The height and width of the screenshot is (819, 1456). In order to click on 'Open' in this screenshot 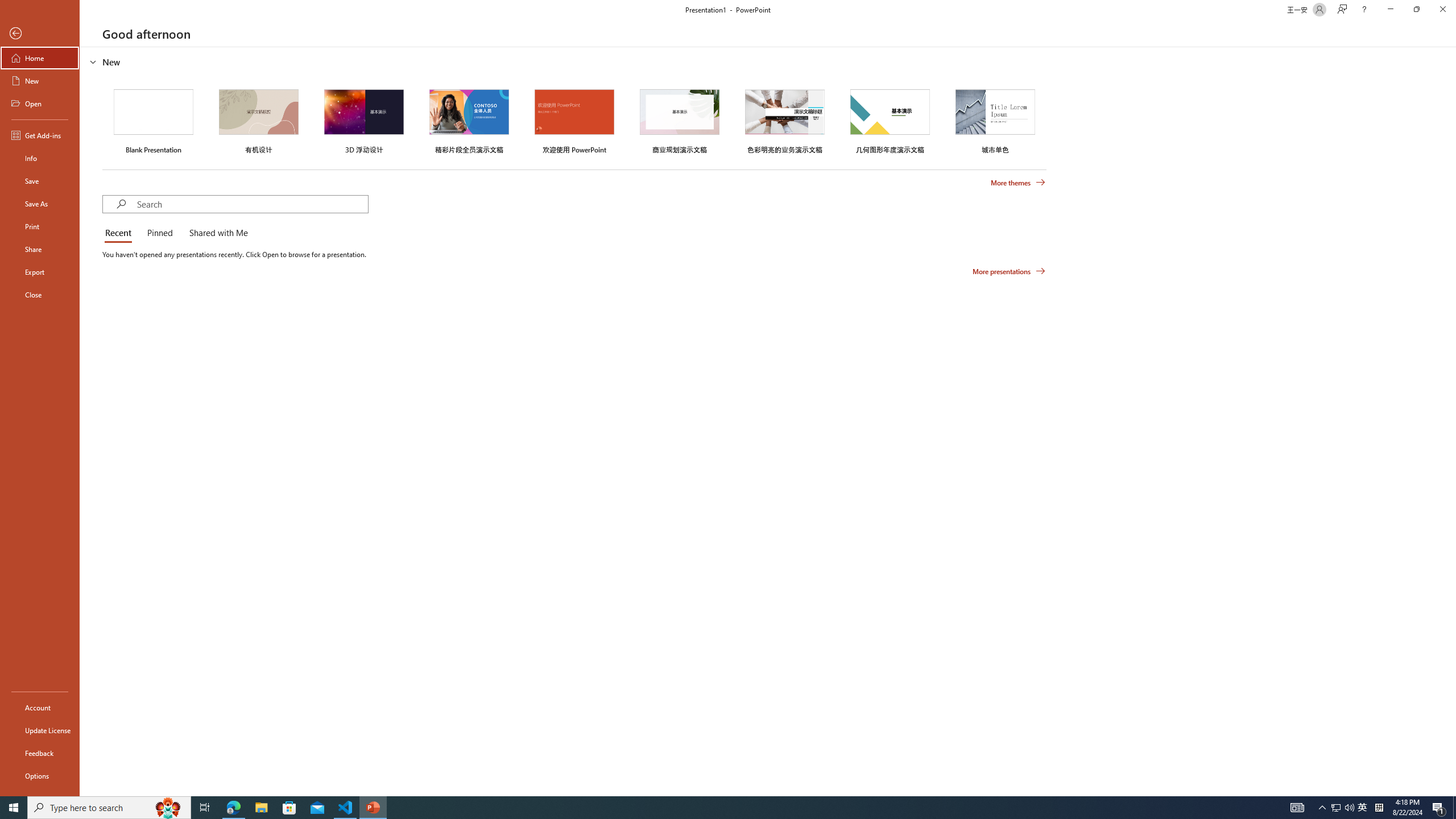, I will do `click(39, 102)`.